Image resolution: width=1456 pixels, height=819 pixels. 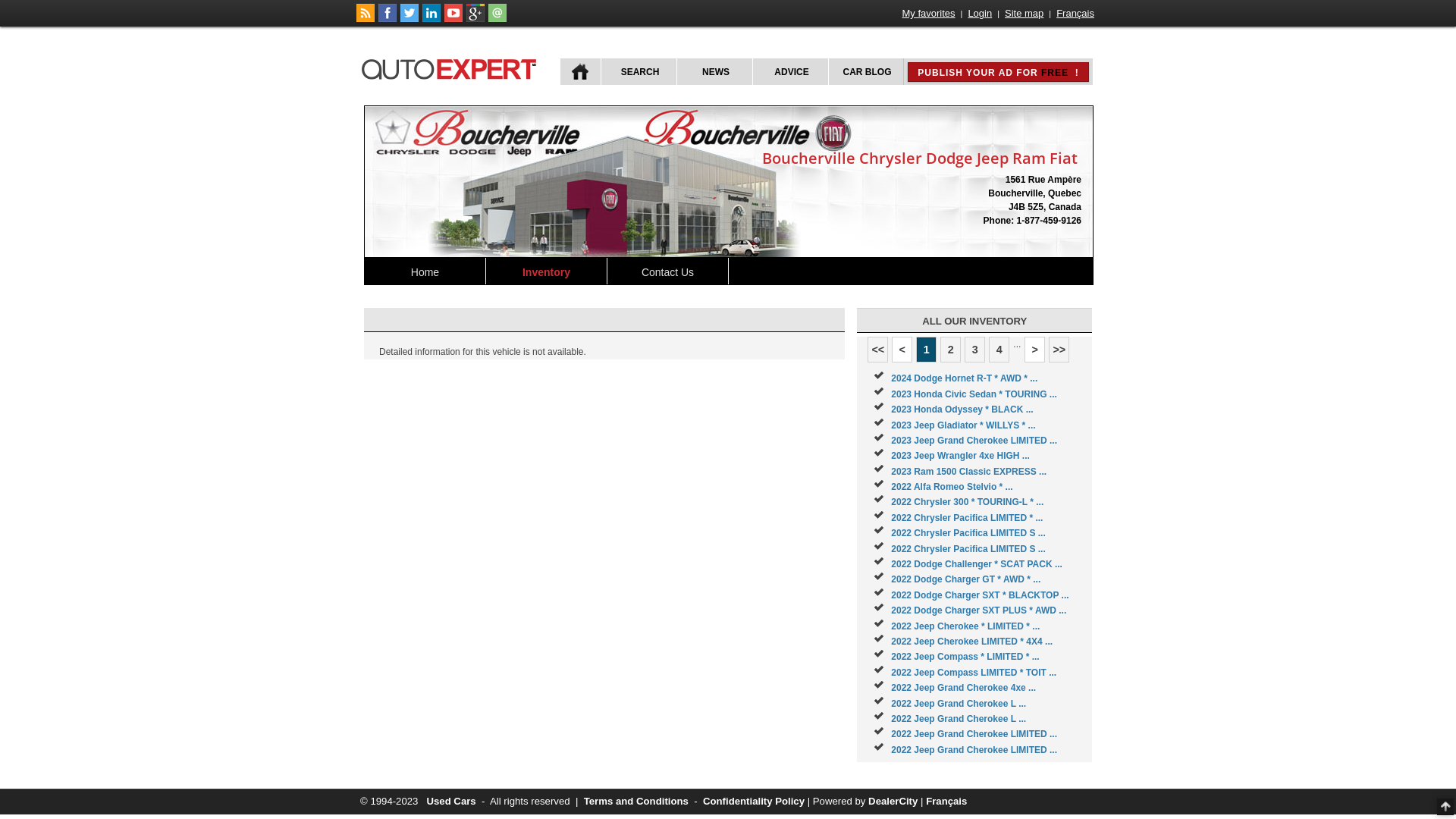 What do you see at coordinates (600, 71) in the screenshot?
I see `'SEARCH'` at bounding box center [600, 71].